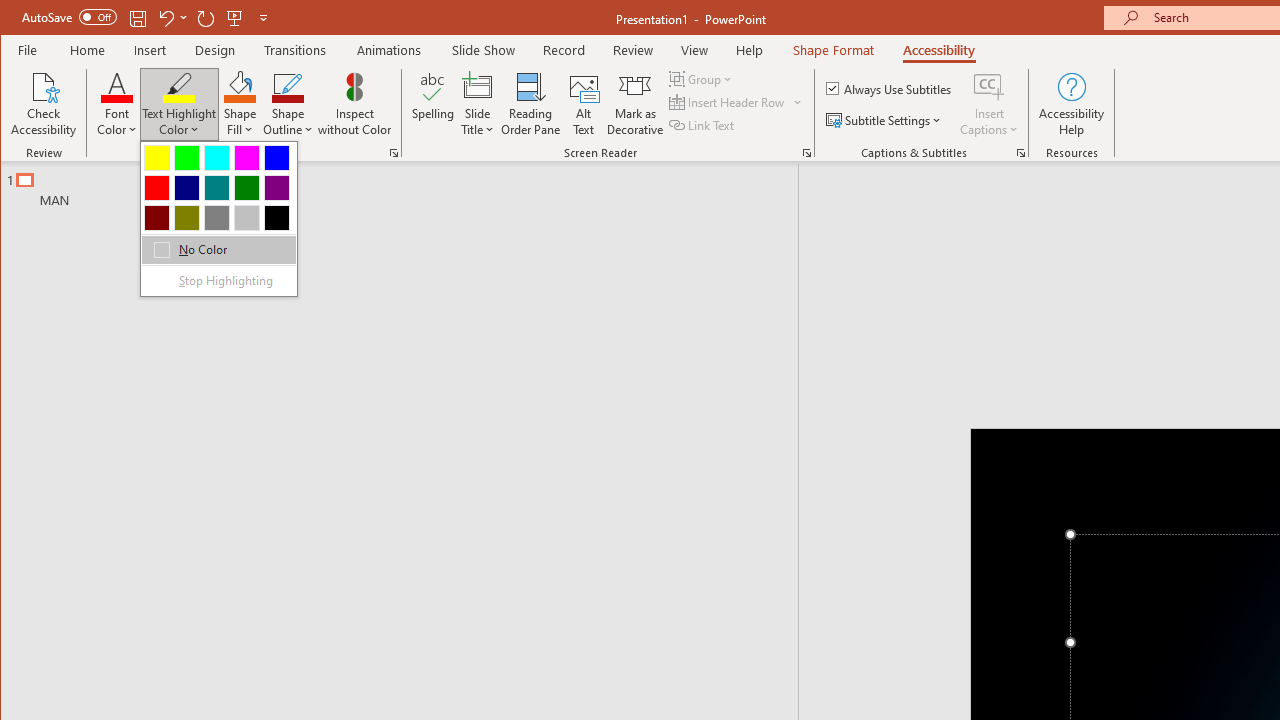  What do you see at coordinates (989, 104) in the screenshot?
I see `'Insert Captions'` at bounding box center [989, 104].